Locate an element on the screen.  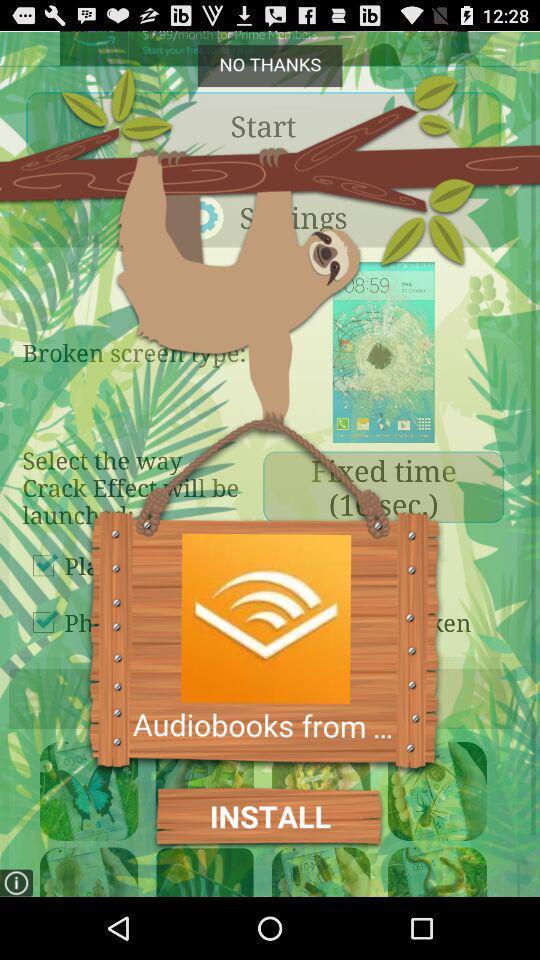
the volume icon is located at coordinates (436, 933).